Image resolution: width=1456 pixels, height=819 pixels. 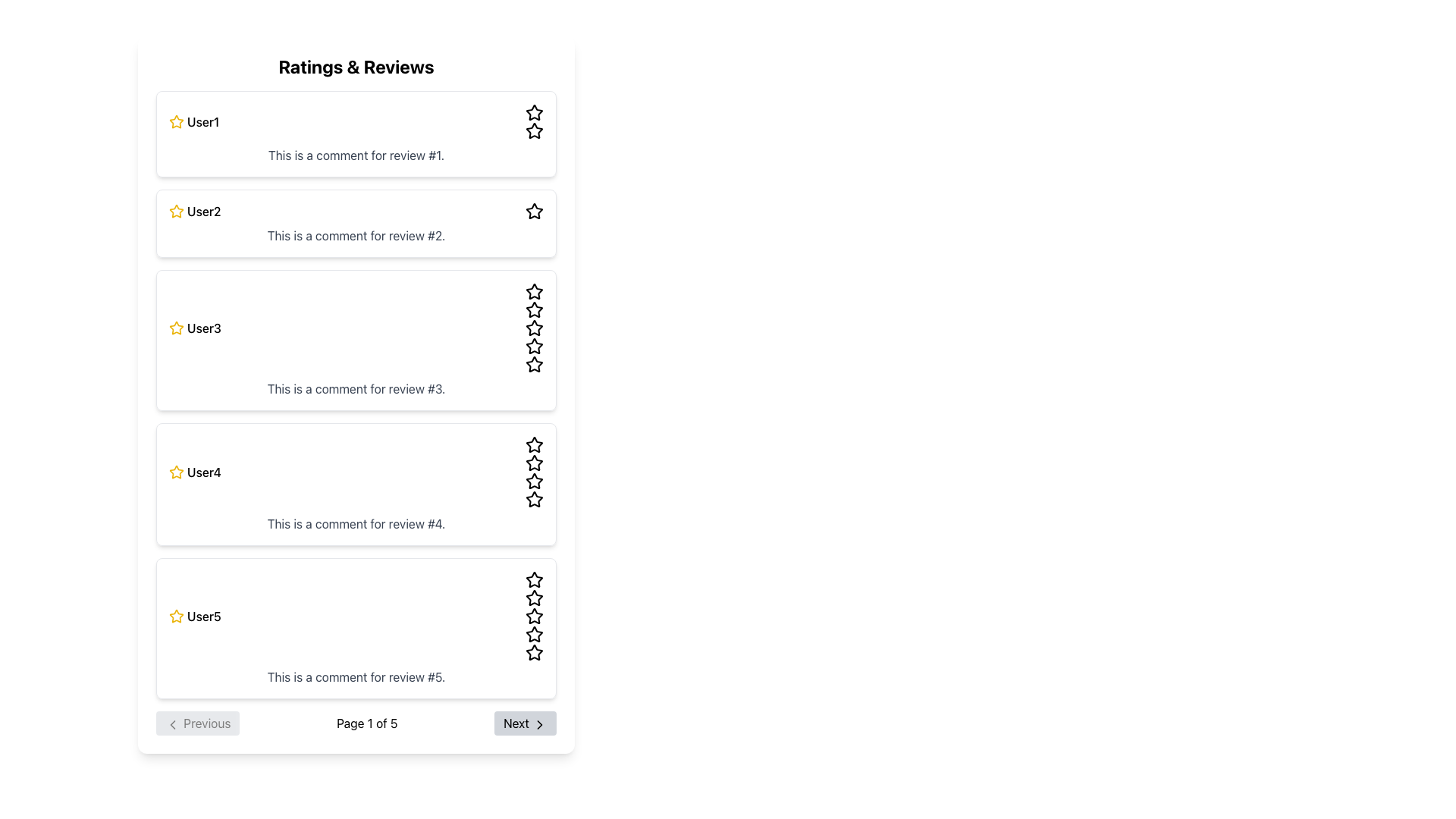 What do you see at coordinates (177, 472) in the screenshot?
I see `the star icon representing a rating or bookmarking indicator located in the fourth user review section, to the left of the text 'User4'` at bounding box center [177, 472].